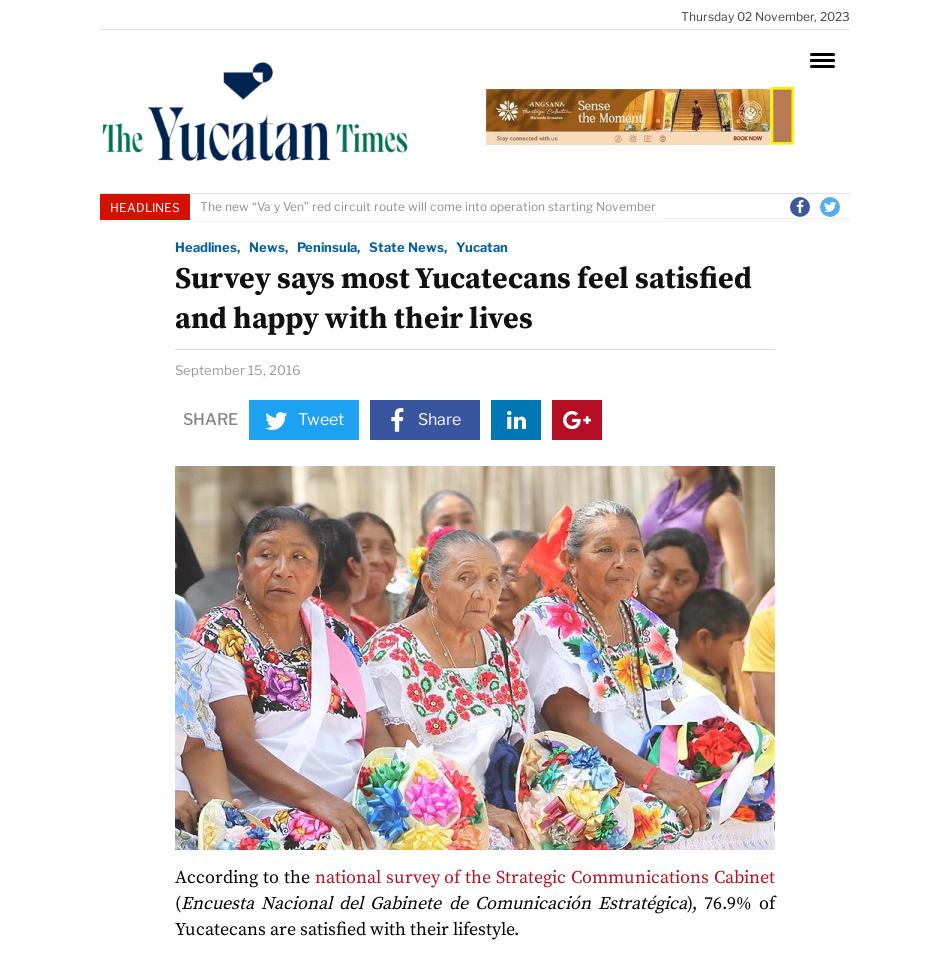 The width and height of the screenshot is (950, 967). Describe the element at coordinates (174, 903) in the screenshot. I see `'('` at that location.